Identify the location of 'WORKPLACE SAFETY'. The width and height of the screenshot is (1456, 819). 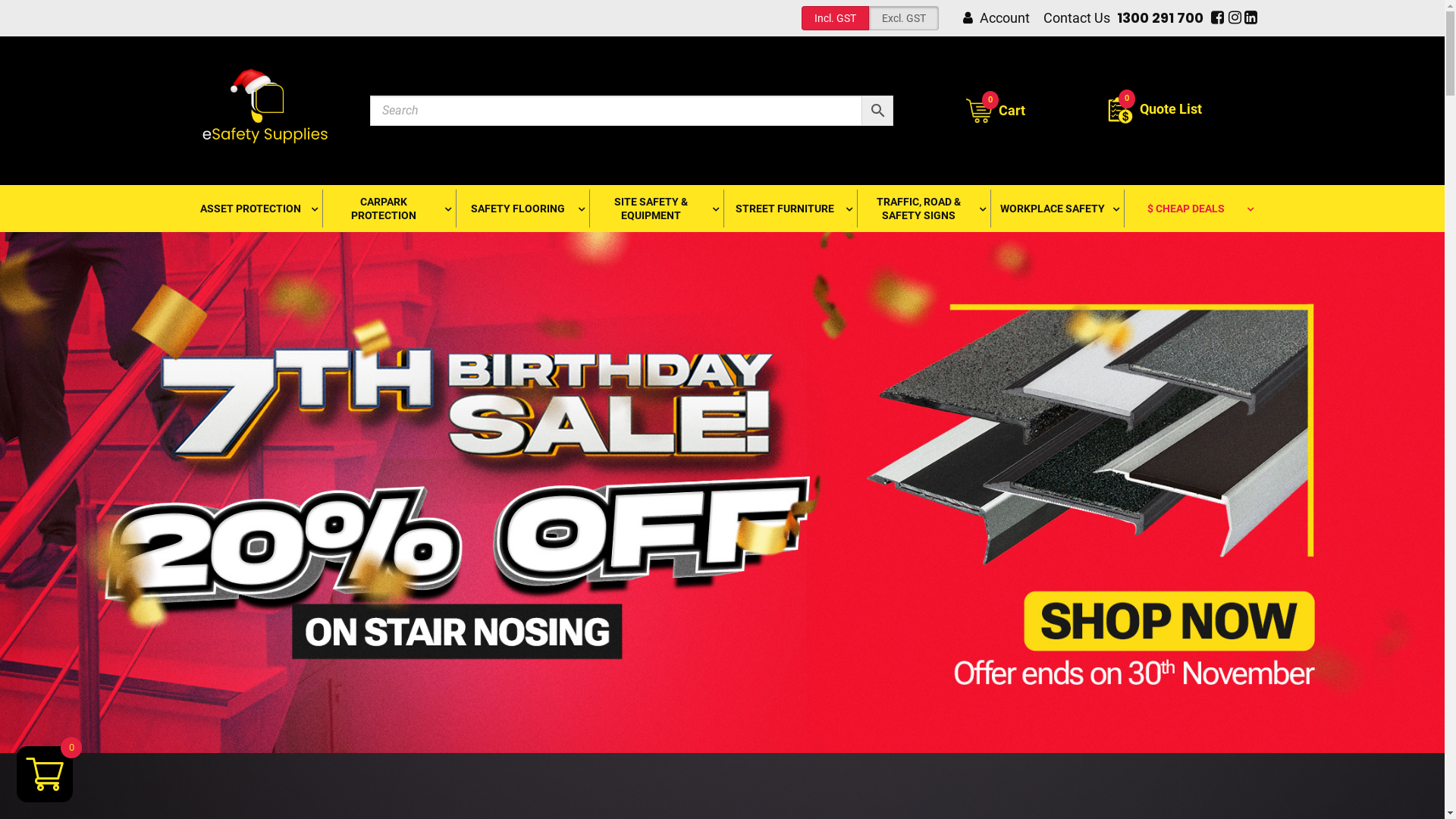
(990, 208).